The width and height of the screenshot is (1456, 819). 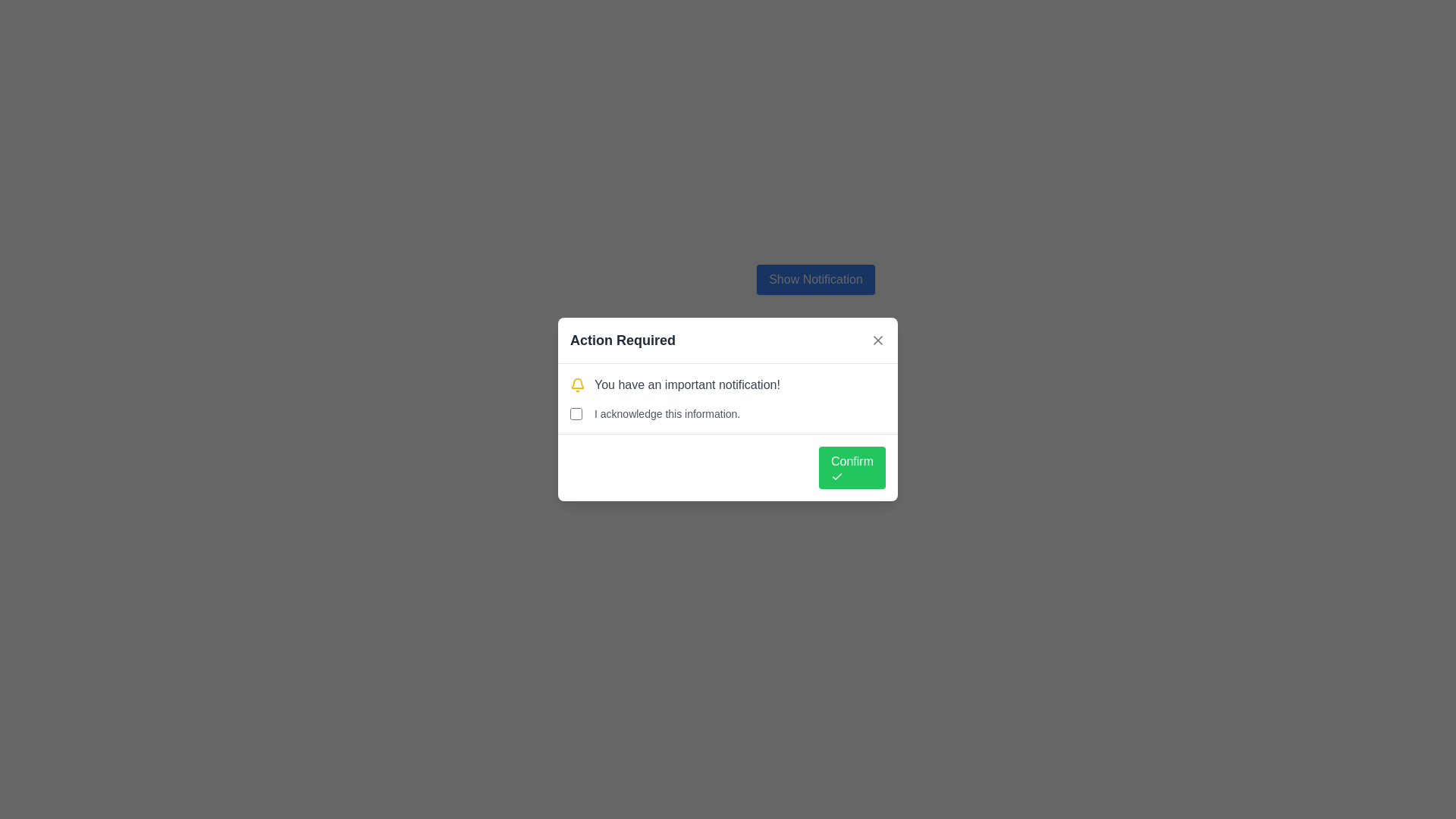 What do you see at coordinates (877, 339) in the screenshot?
I see `the Close Button (Icon) located at the top-right corner of the 'Action Required' modal` at bounding box center [877, 339].